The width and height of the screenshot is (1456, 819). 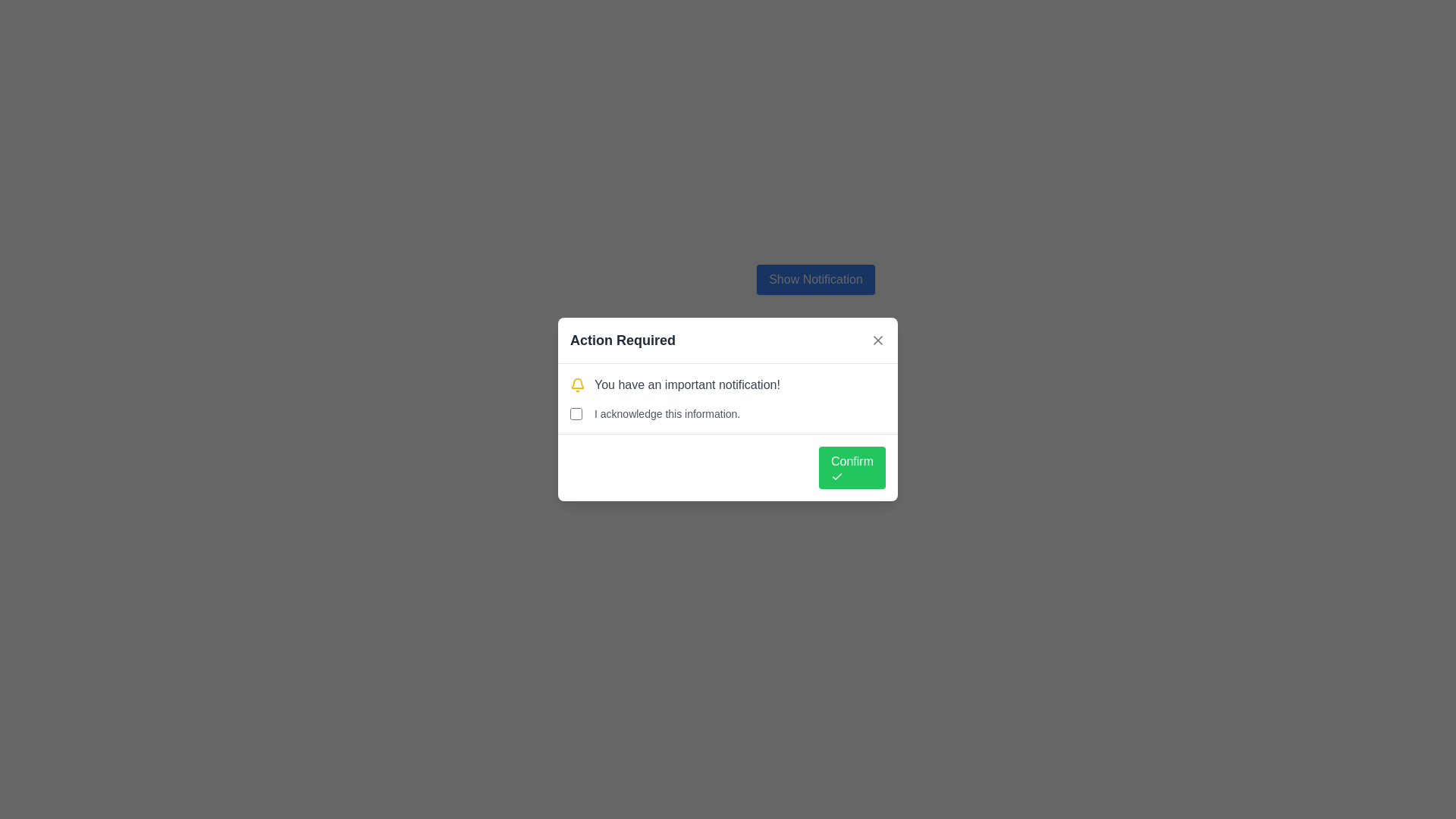 What do you see at coordinates (877, 339) in the screenshot?
I see `the Close Button (Icon) located at the top-right corner of the 'Action Required' modal` at bounding box center [877, 339].